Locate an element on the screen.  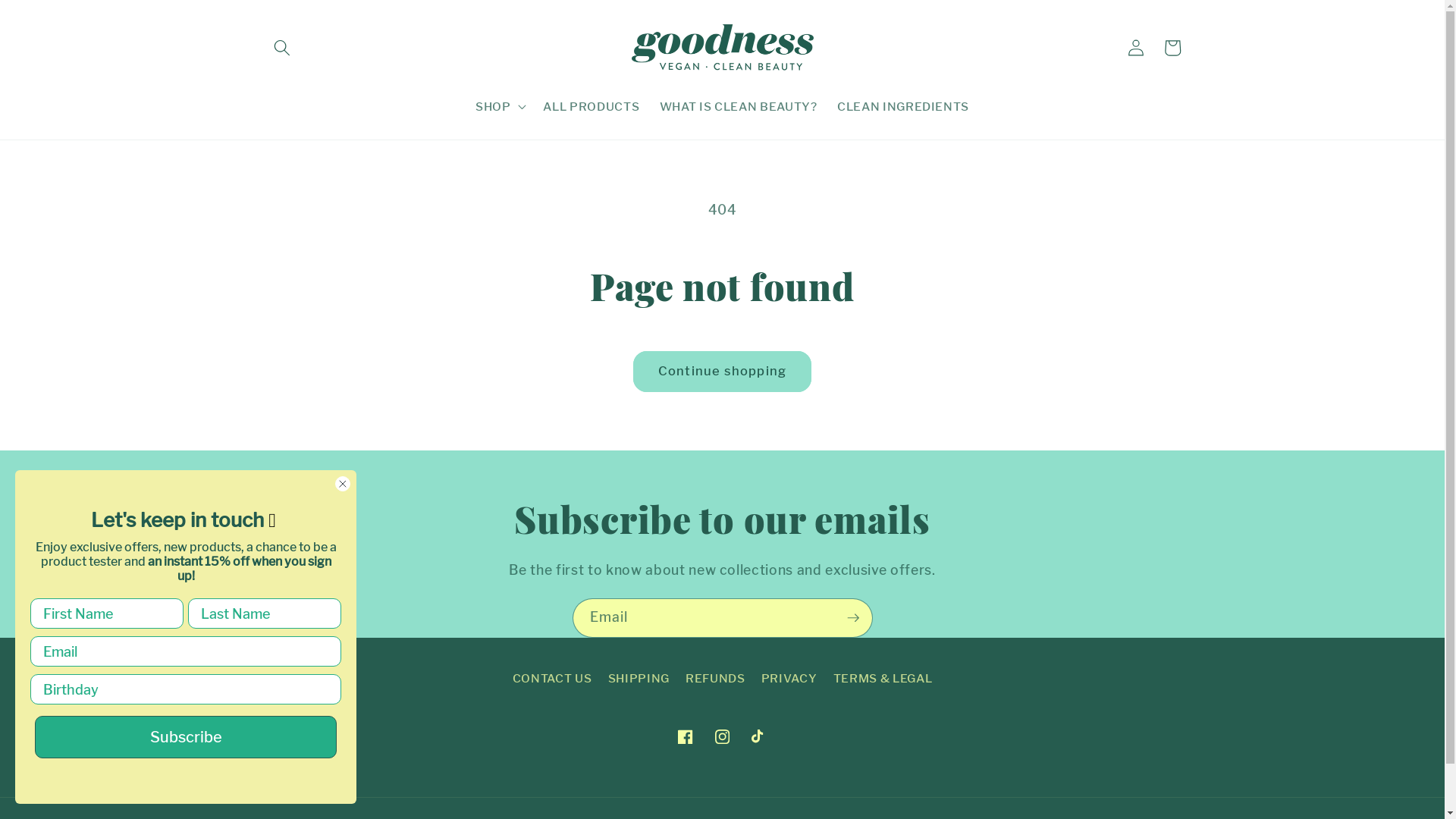
'ALL PRODUCTS' is located at coordinates (590, 106).